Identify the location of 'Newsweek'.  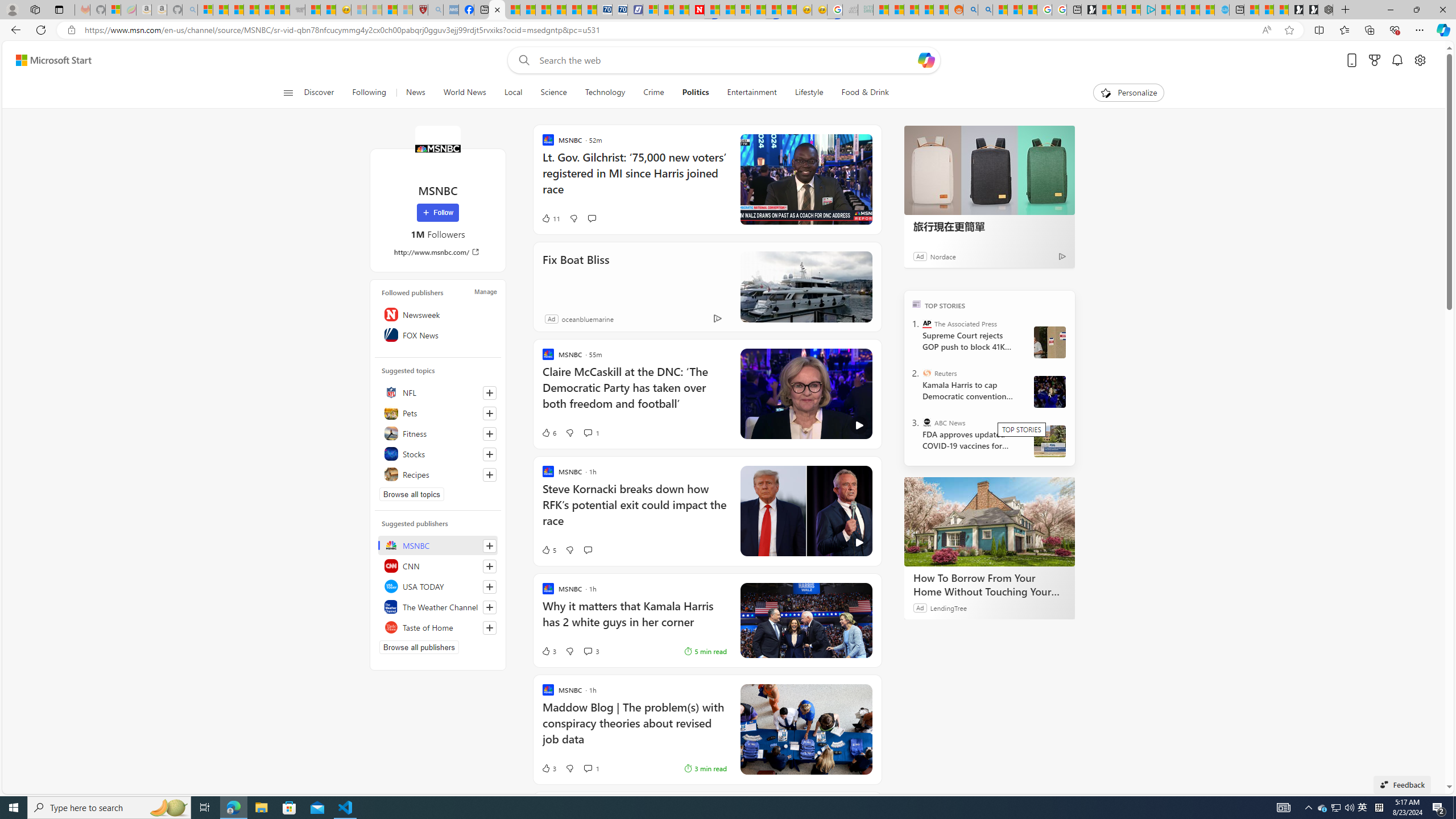
(438, 313).